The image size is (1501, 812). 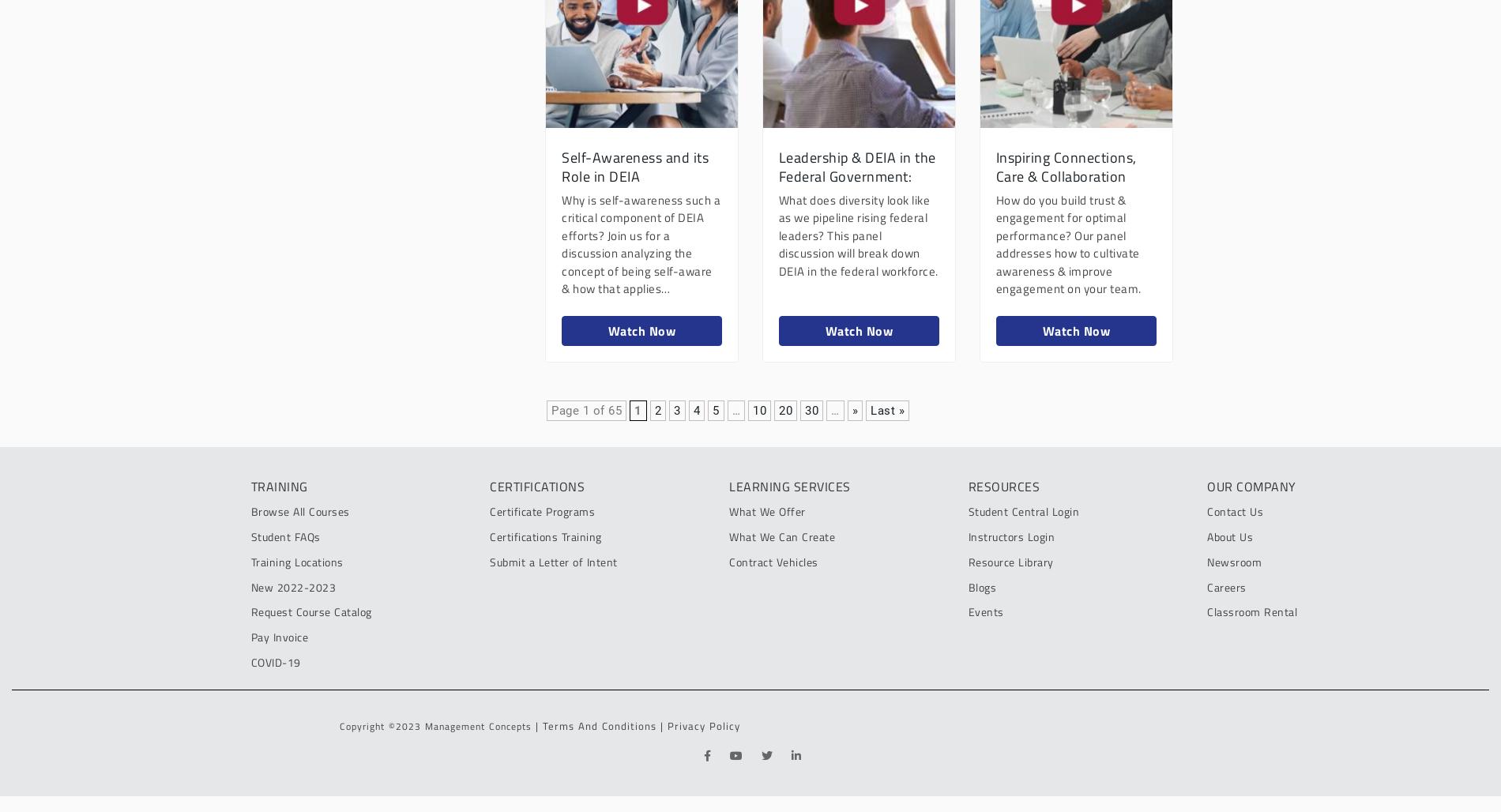 What do you see at coordinates (537, 485) in the screenshot?
I see `'Certifications'` at bounding box center [537, 485].